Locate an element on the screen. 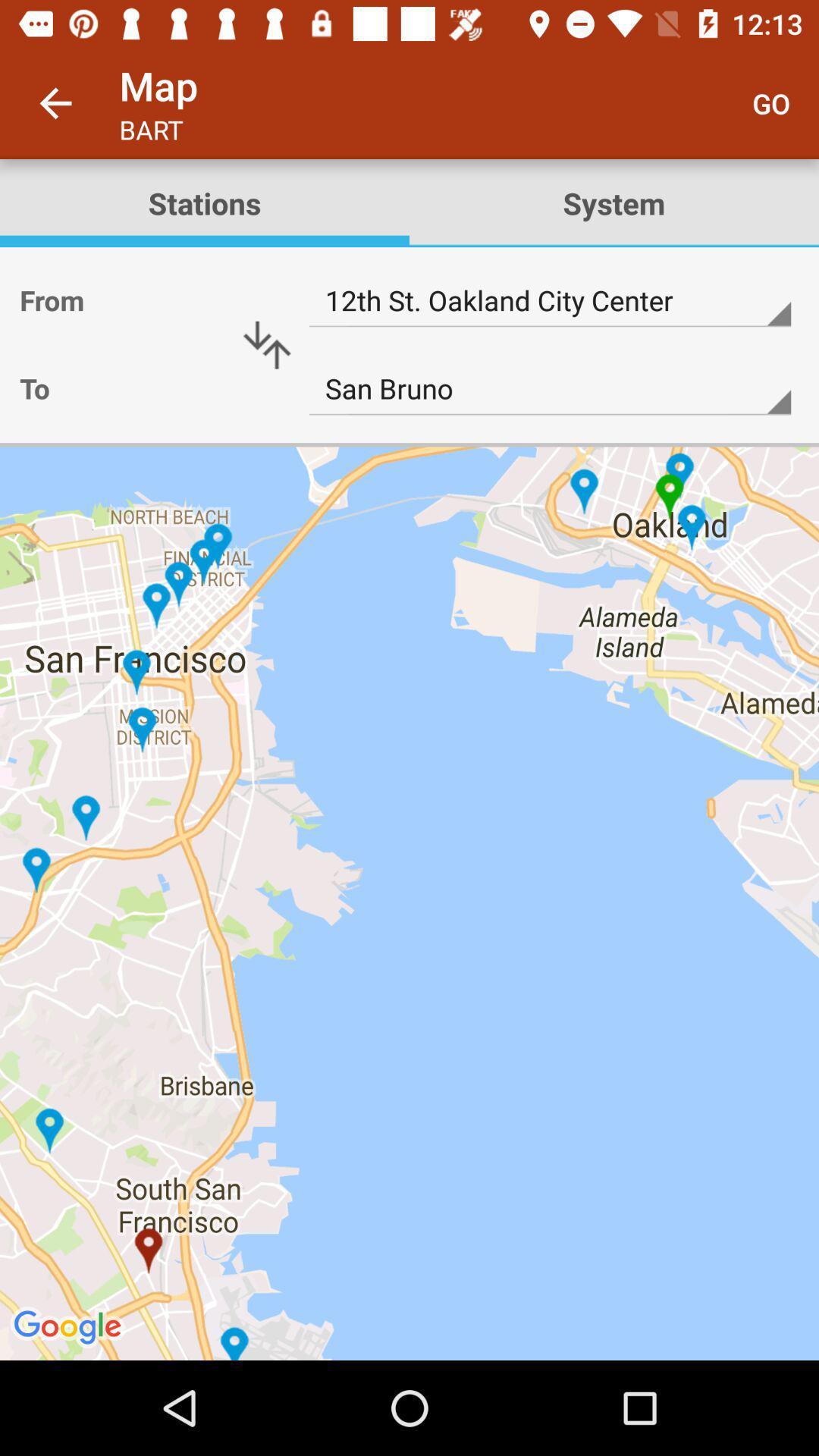  switch departure and destination locations is located at coordinates (266, 344).